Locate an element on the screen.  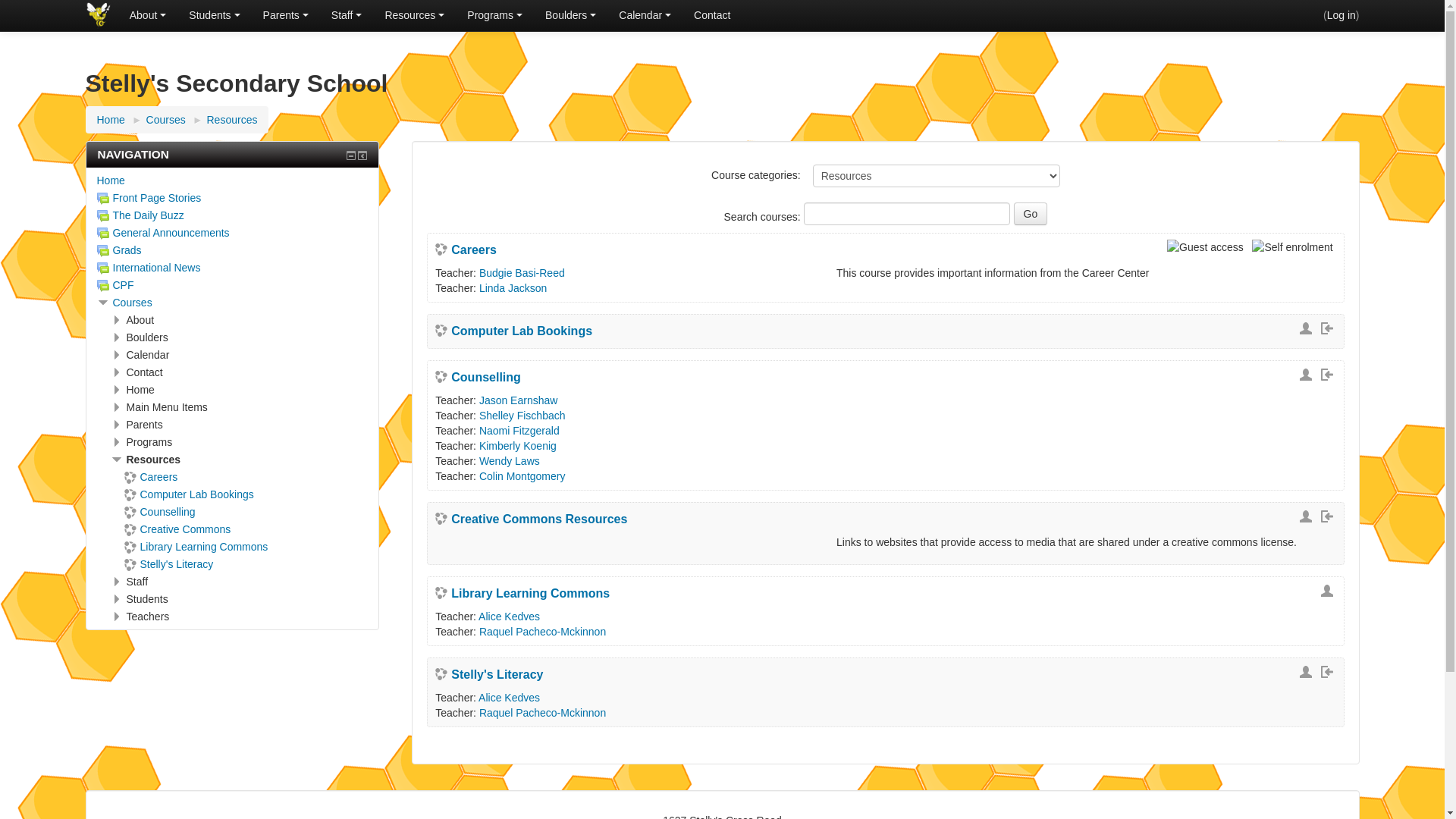
'Naomi Fitzgerald' is located at coordinates (519, 430).